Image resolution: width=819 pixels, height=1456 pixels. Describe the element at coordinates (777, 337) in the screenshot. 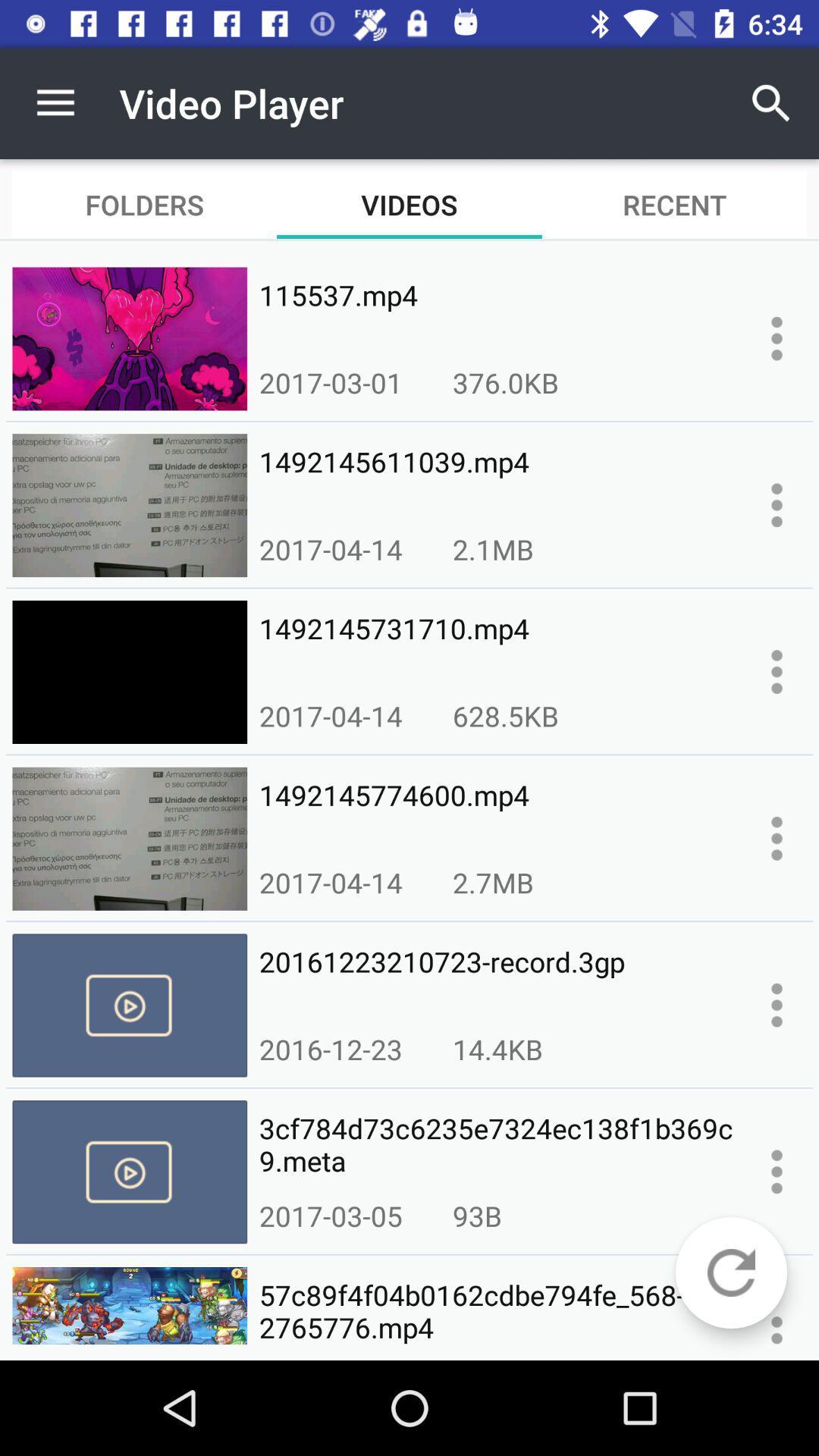

I see `options` at that location.